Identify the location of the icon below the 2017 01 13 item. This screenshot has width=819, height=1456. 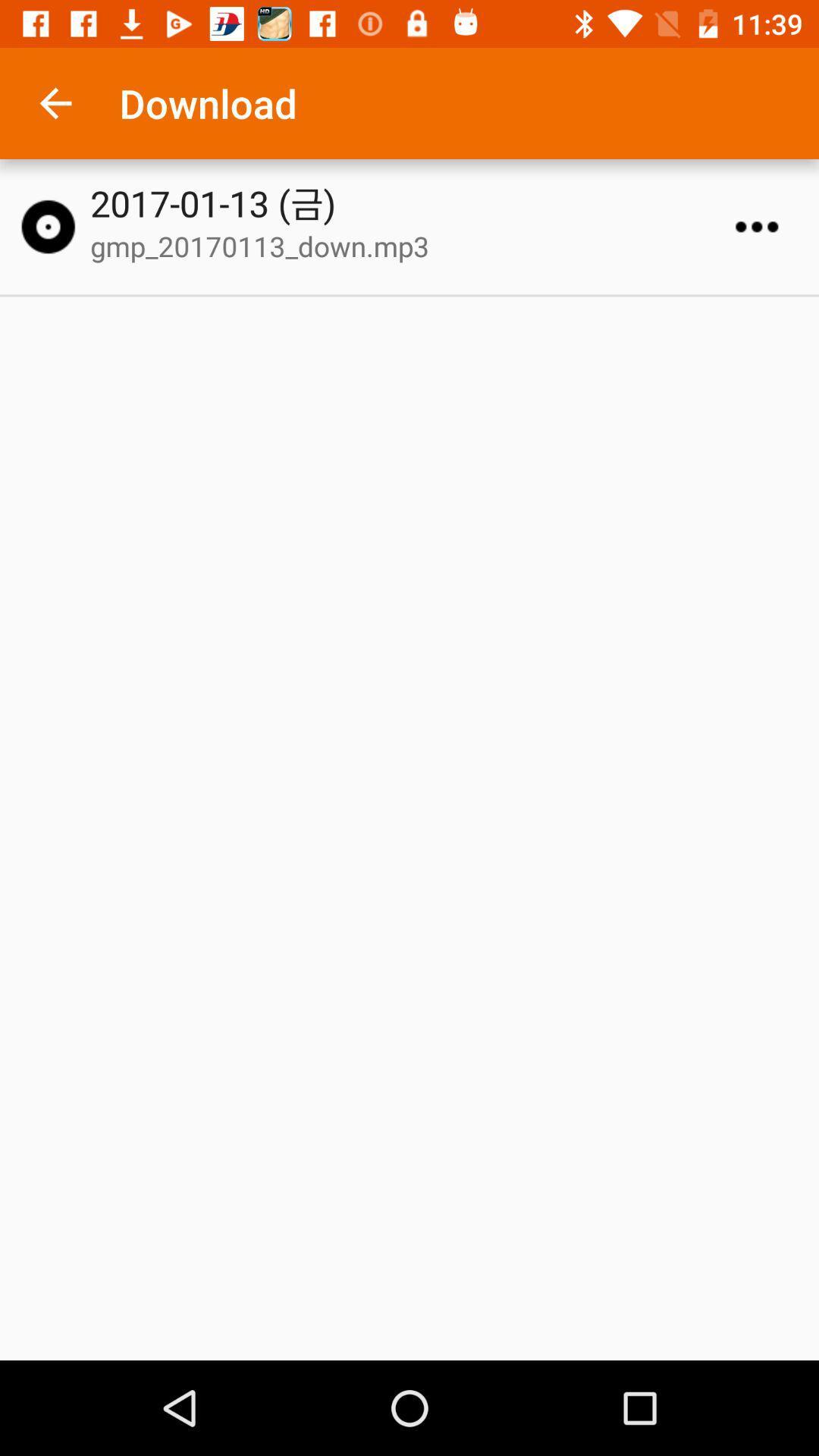
(416, 246).